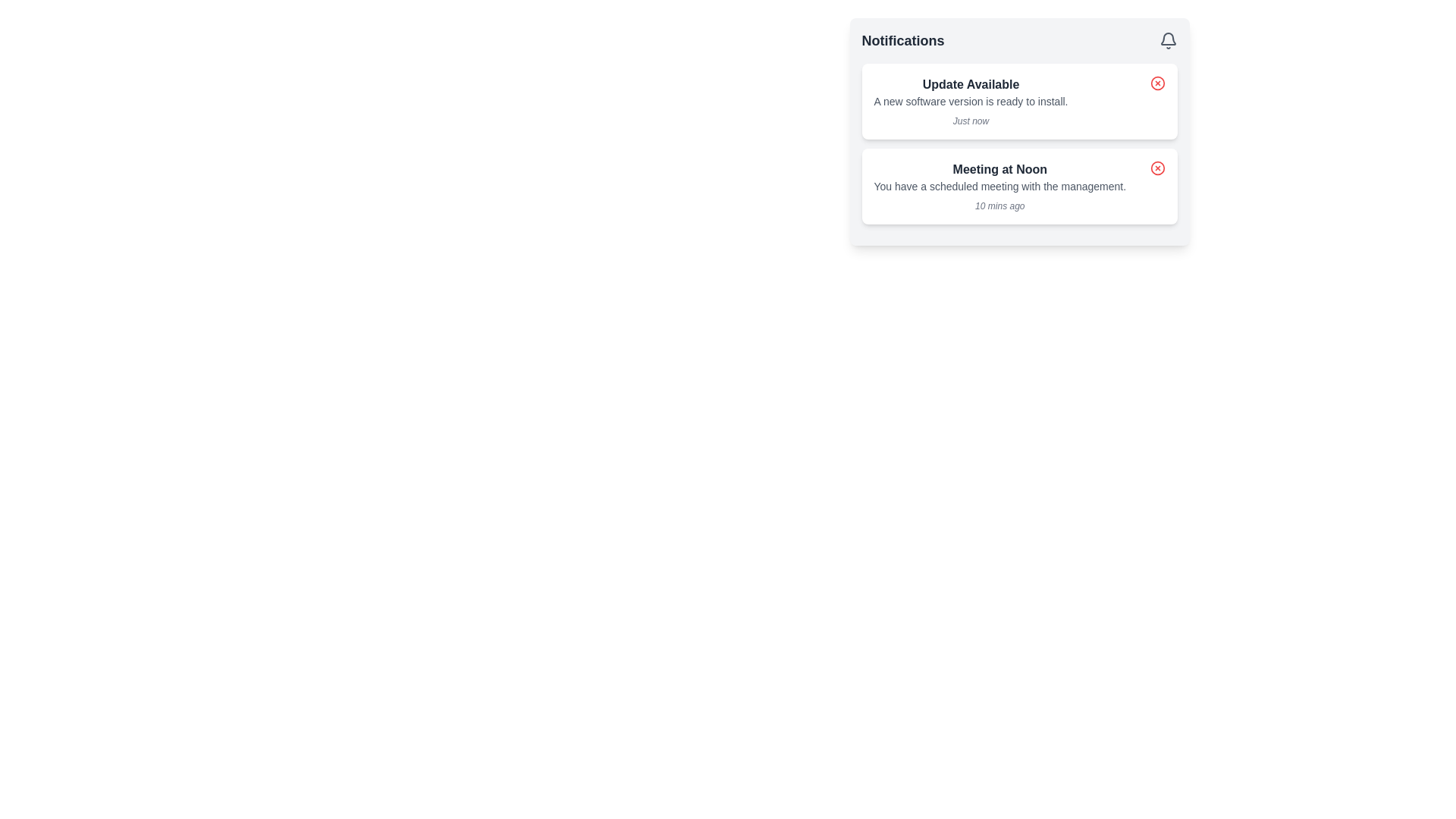  I want to click on the graphical circle within the SVG element that indicates 'Update Available', so click(1156, 83).